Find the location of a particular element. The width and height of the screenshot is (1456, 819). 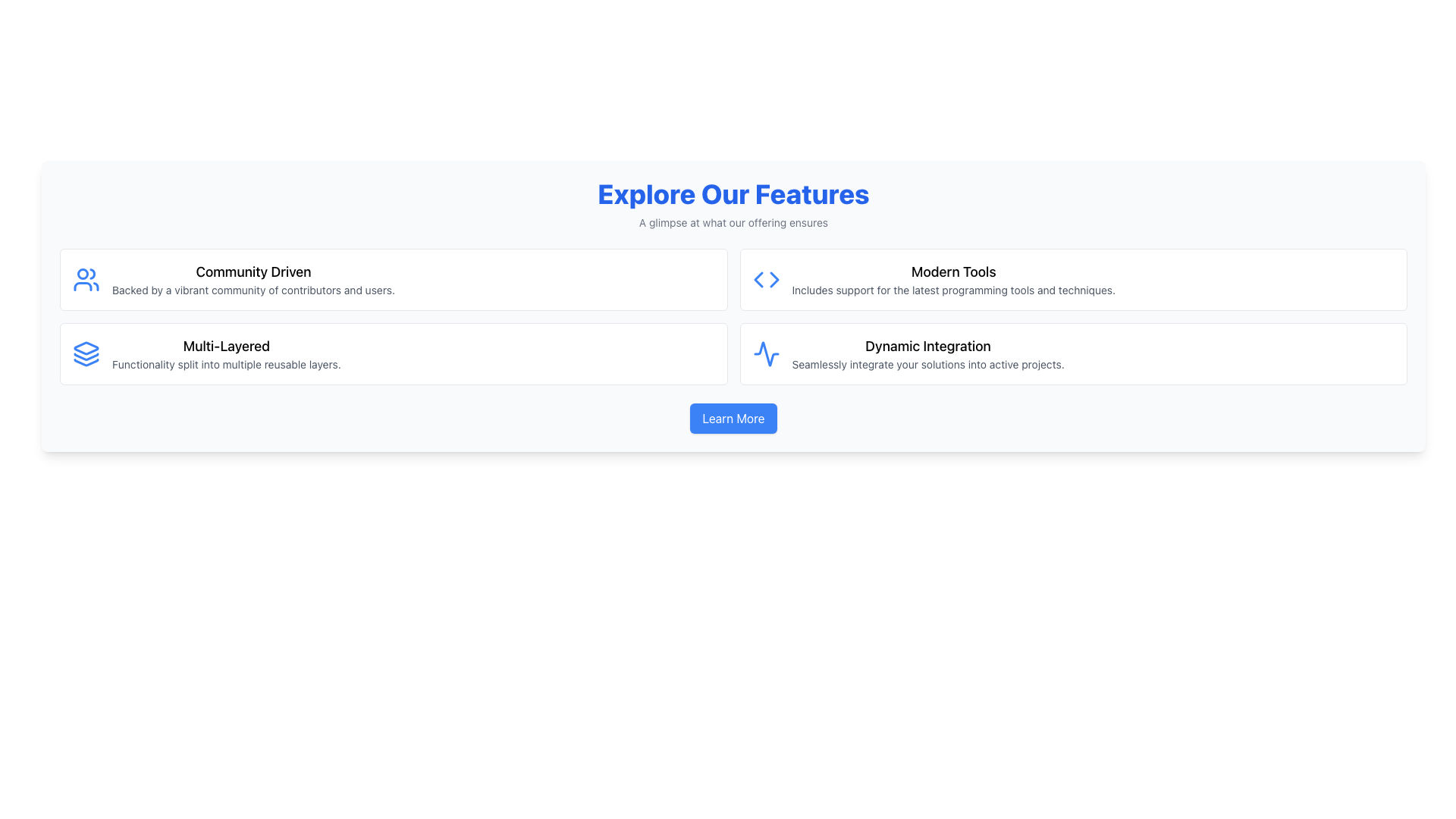

the blue icon representing a stack of layered items, located to the left of the 'Multi-Layered' text heading in the bottom-left area of the grid interface is located at coordinates (86, 353).